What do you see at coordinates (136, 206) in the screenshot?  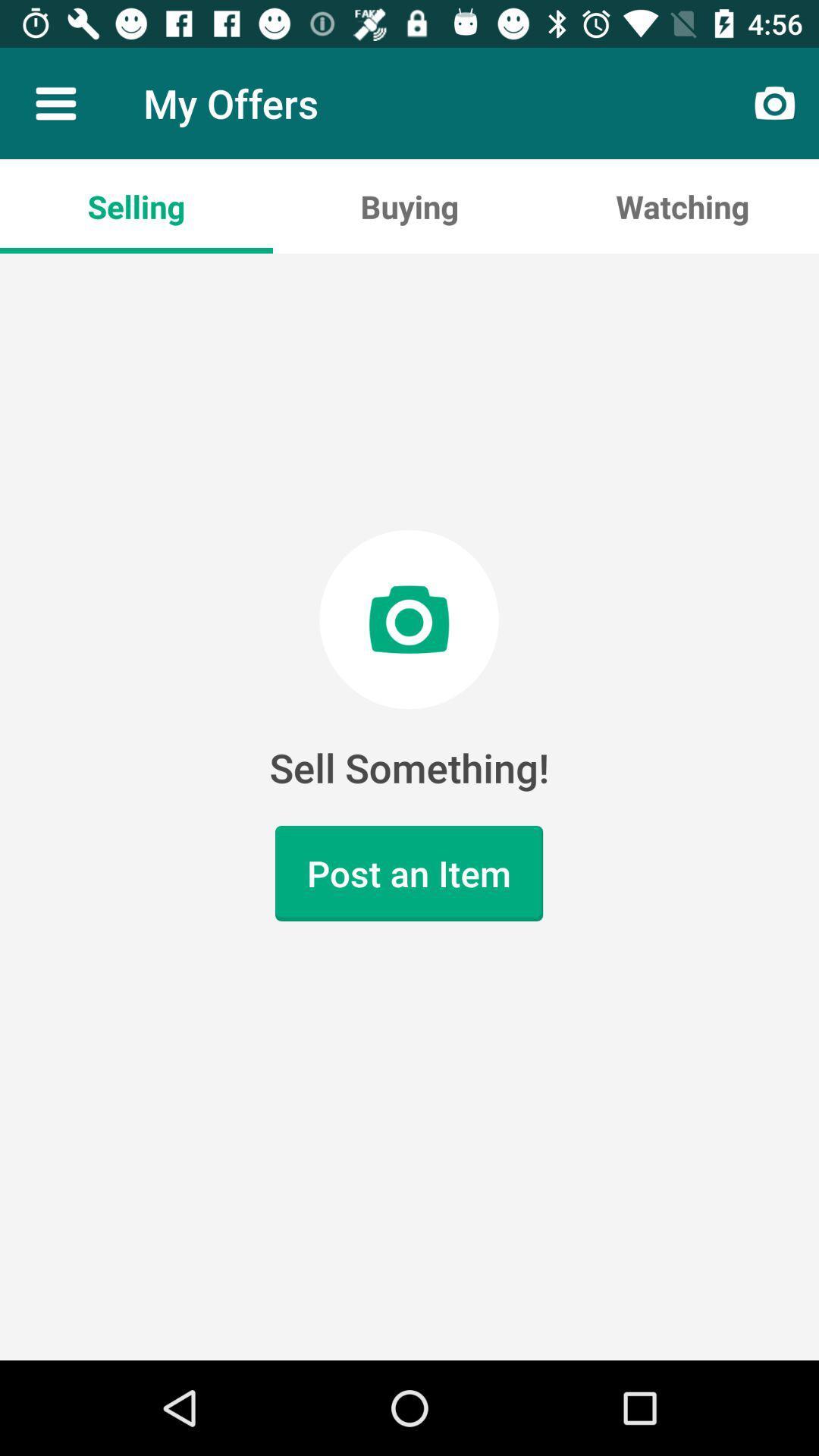 I see `the app to the left of buying item` at bounding box center [136, 206].